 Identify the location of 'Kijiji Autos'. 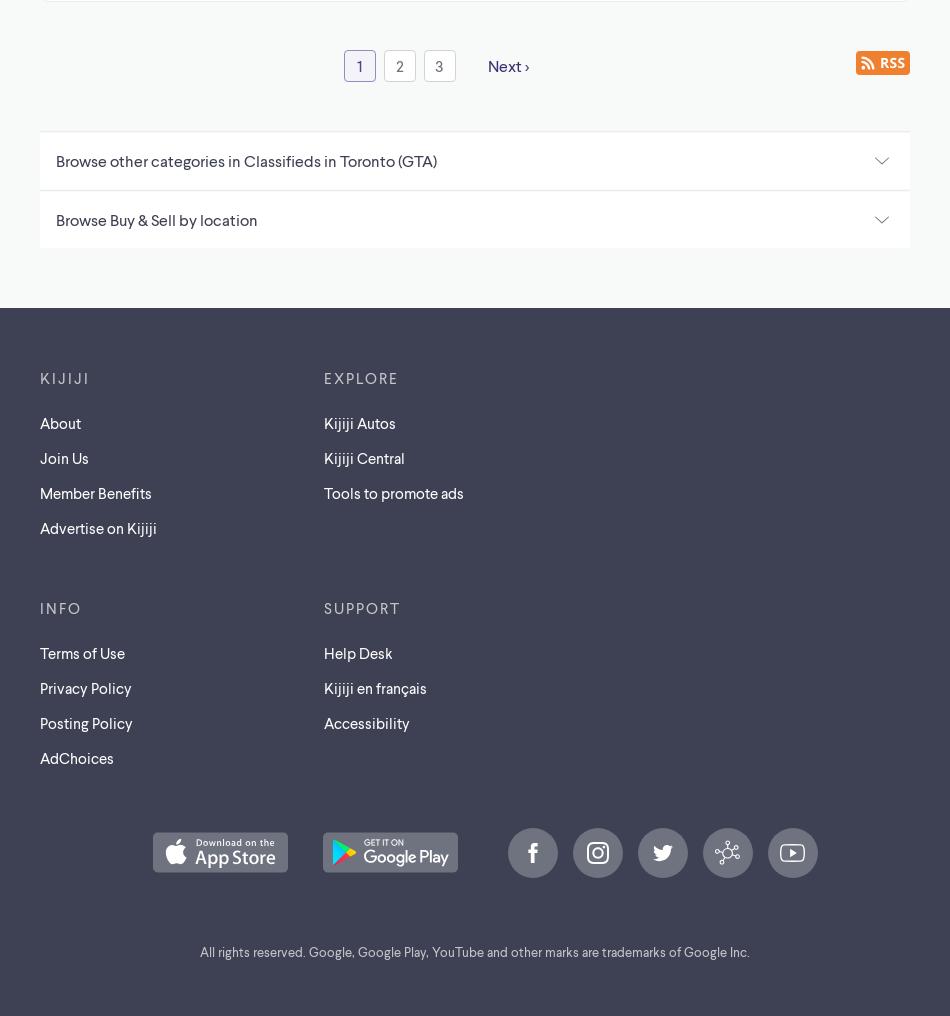
(323, 421).